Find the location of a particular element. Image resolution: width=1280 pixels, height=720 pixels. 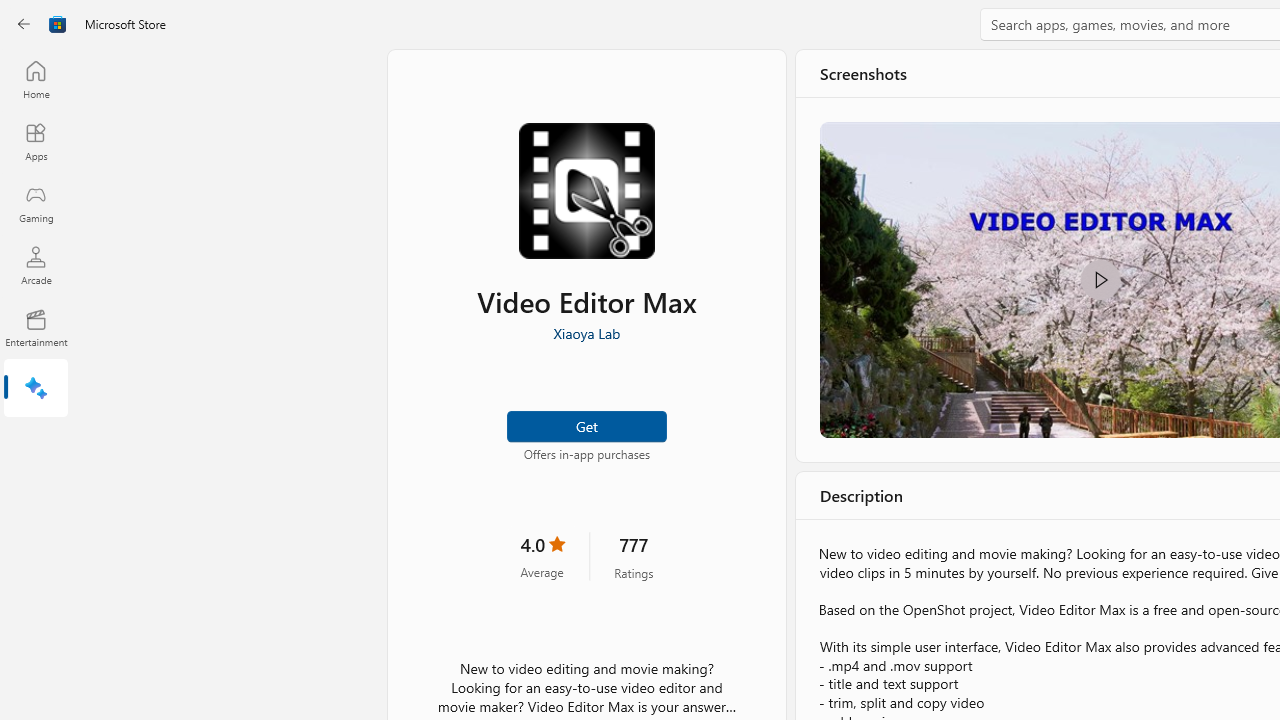

'Arcade' is located at coordinates (35, 264).